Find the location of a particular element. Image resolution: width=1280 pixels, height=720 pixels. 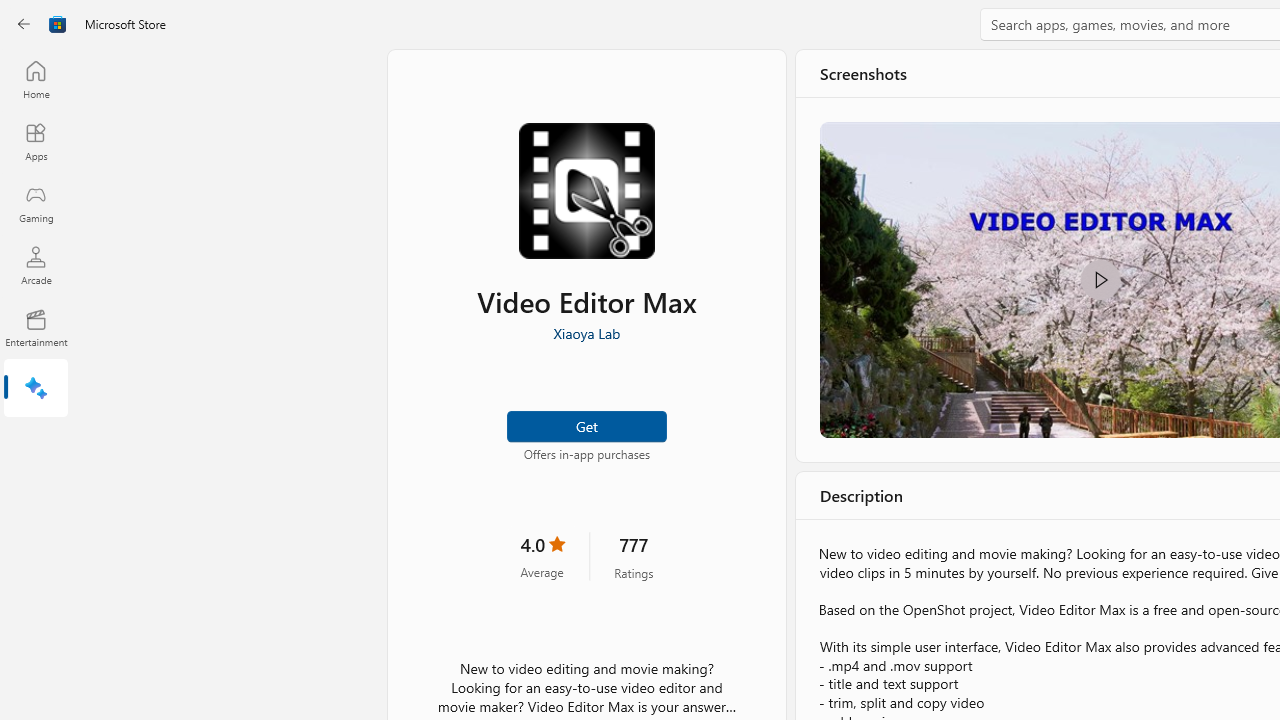

'Arcade' is located at coordinates (35, 264).